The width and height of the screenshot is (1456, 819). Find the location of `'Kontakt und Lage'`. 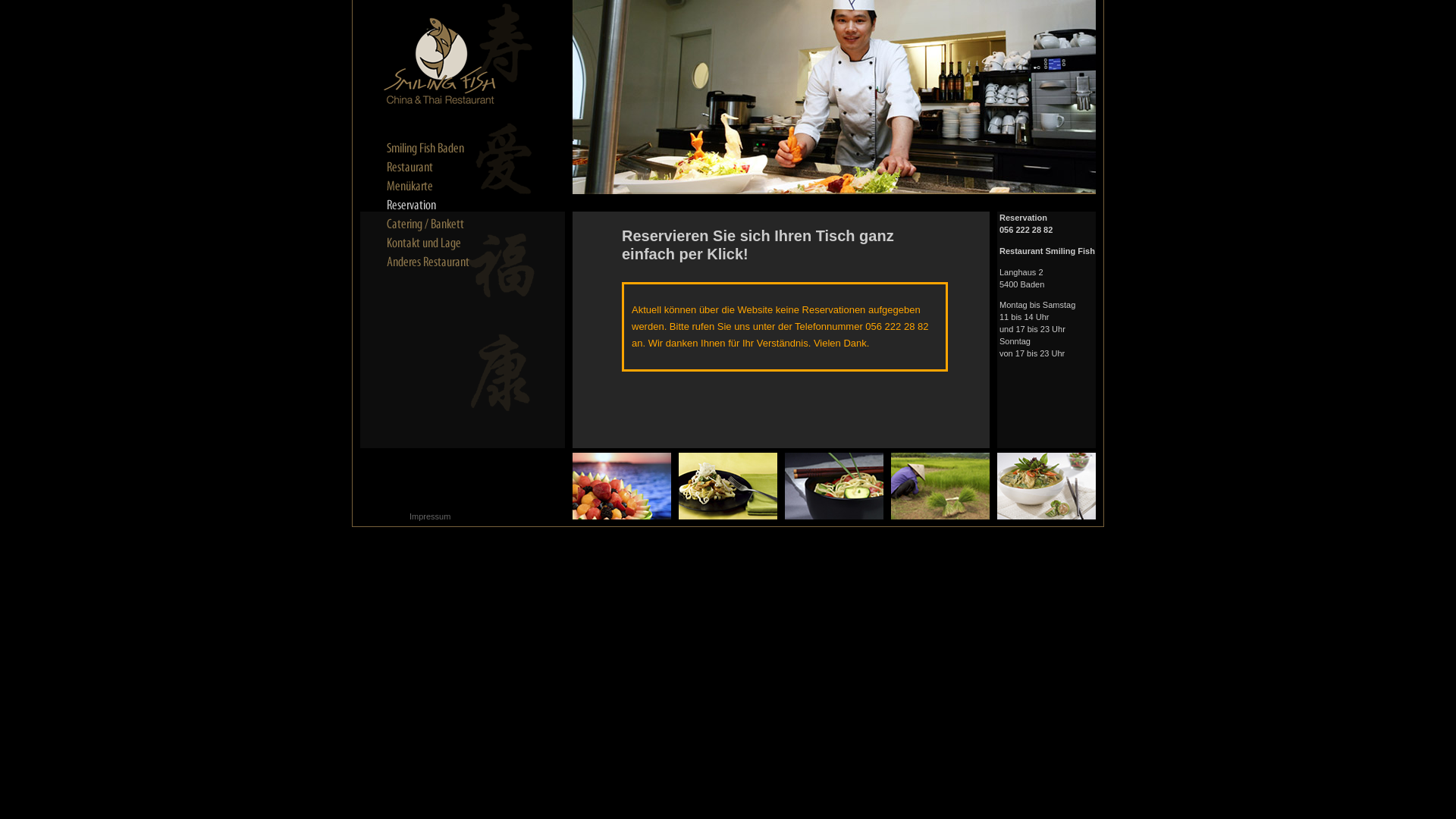

'Kontakt und Lage' is located at coordinates (439, 242).